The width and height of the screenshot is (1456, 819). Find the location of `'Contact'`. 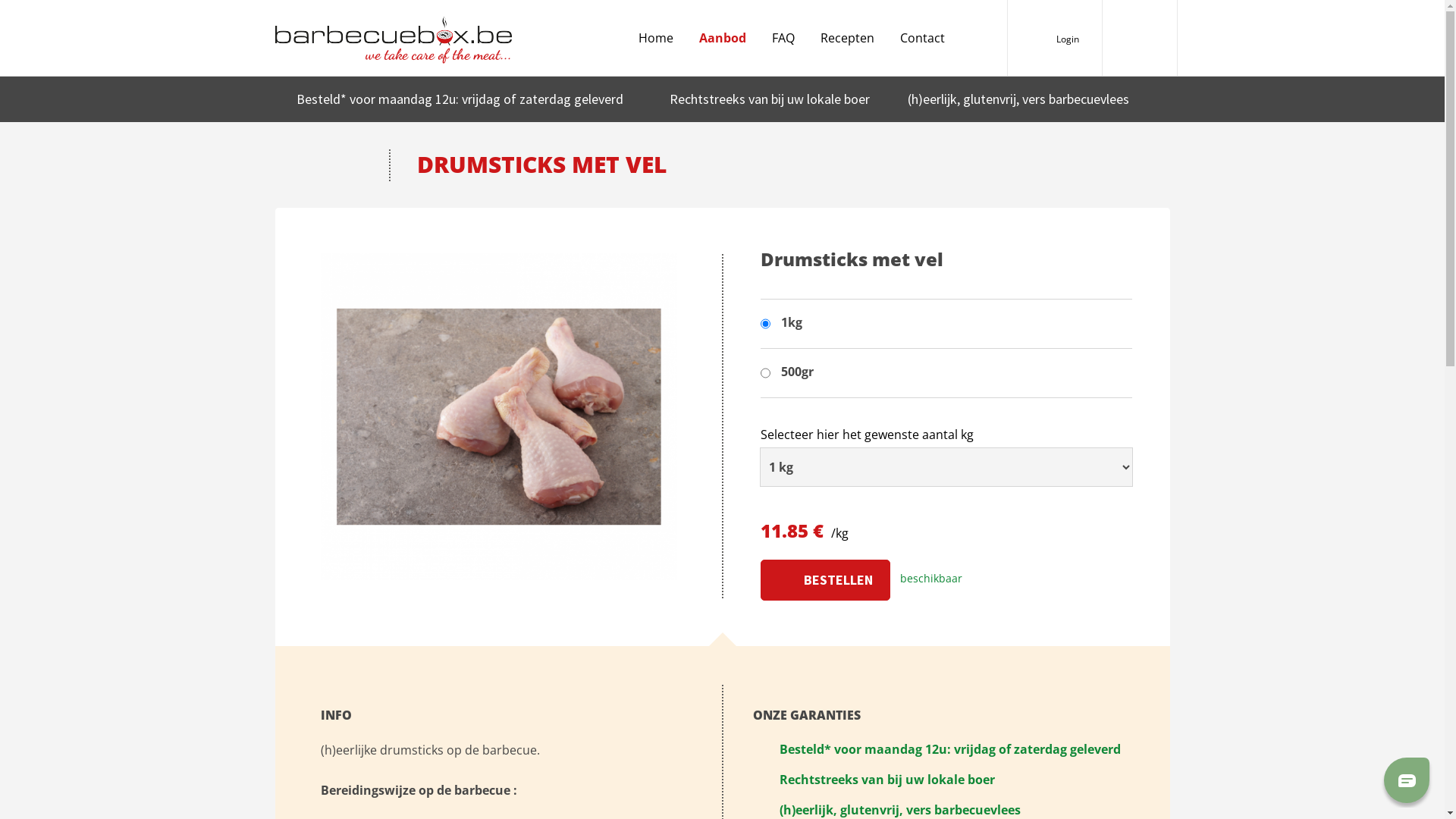

'Contact' is located at coordinates (921, 37).